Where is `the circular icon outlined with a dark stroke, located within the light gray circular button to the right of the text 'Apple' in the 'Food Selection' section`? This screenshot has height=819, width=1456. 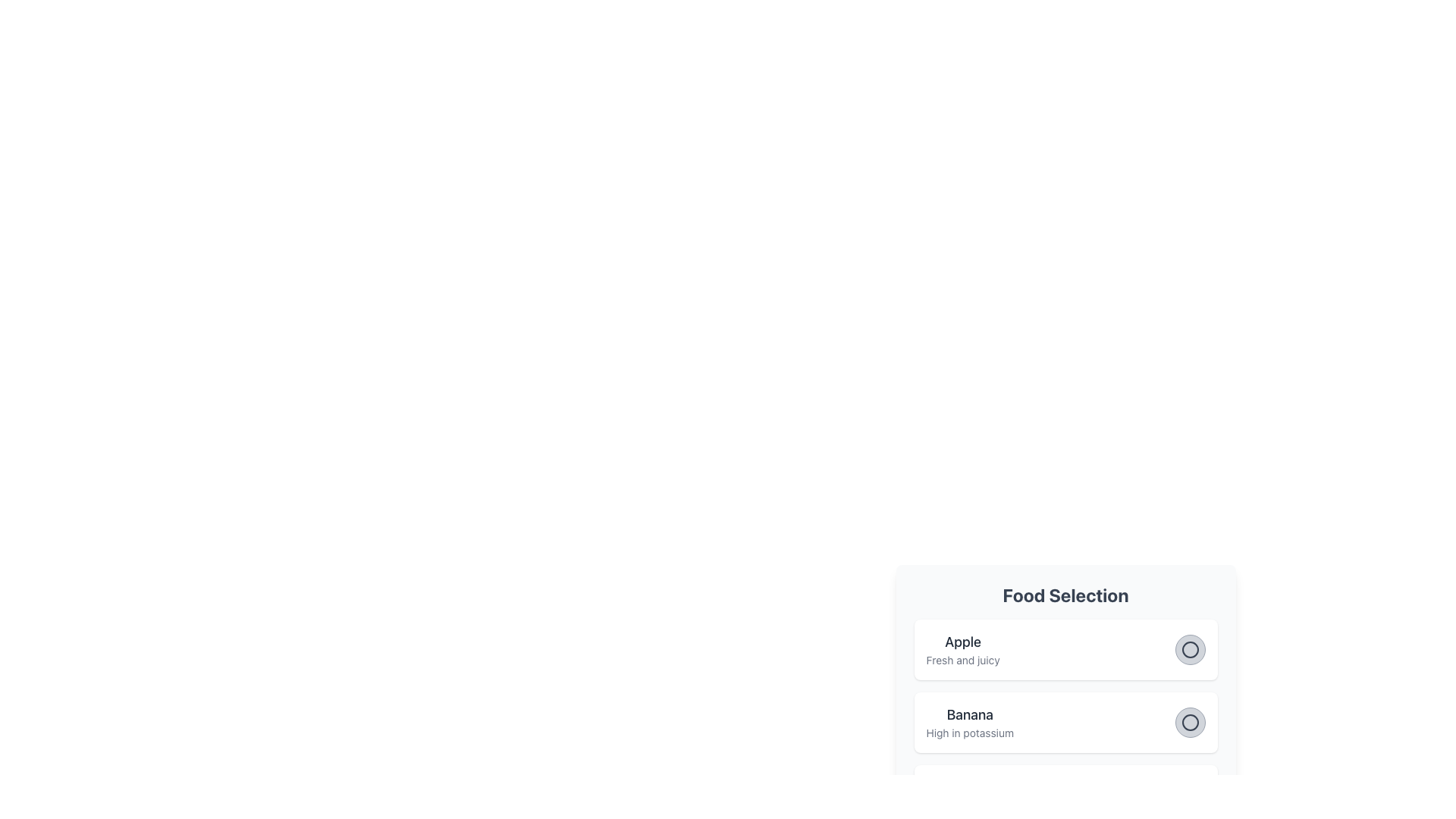 the circular icon outlined with a dark stroke, located within the light gray circular button to the right of the text 'Apple' in the 'Food Selection' section is located at coordinates (1189, 648).